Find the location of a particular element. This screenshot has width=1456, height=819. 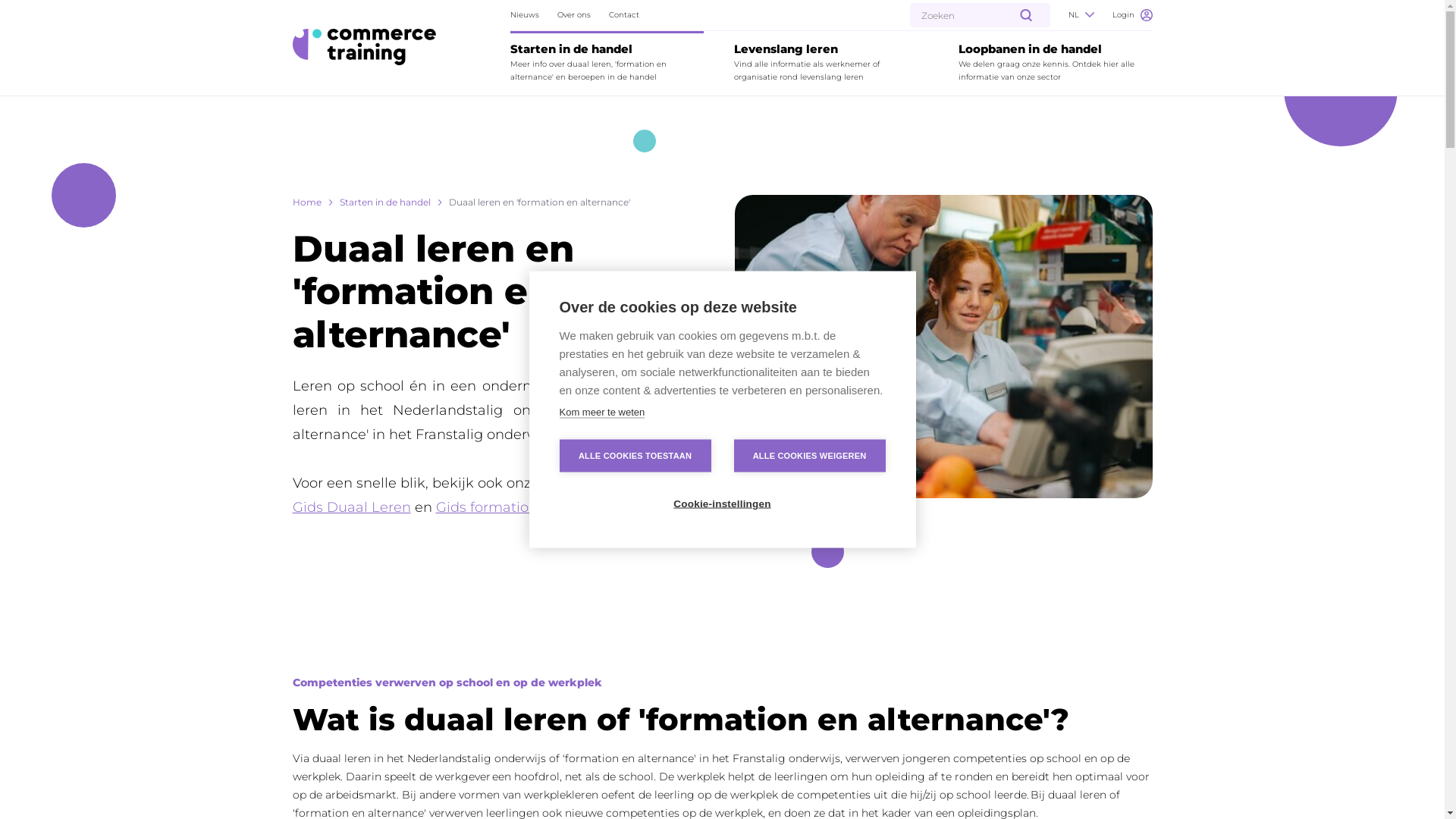

'Gids formation en Alternance' is located at coordinates (535, 507).